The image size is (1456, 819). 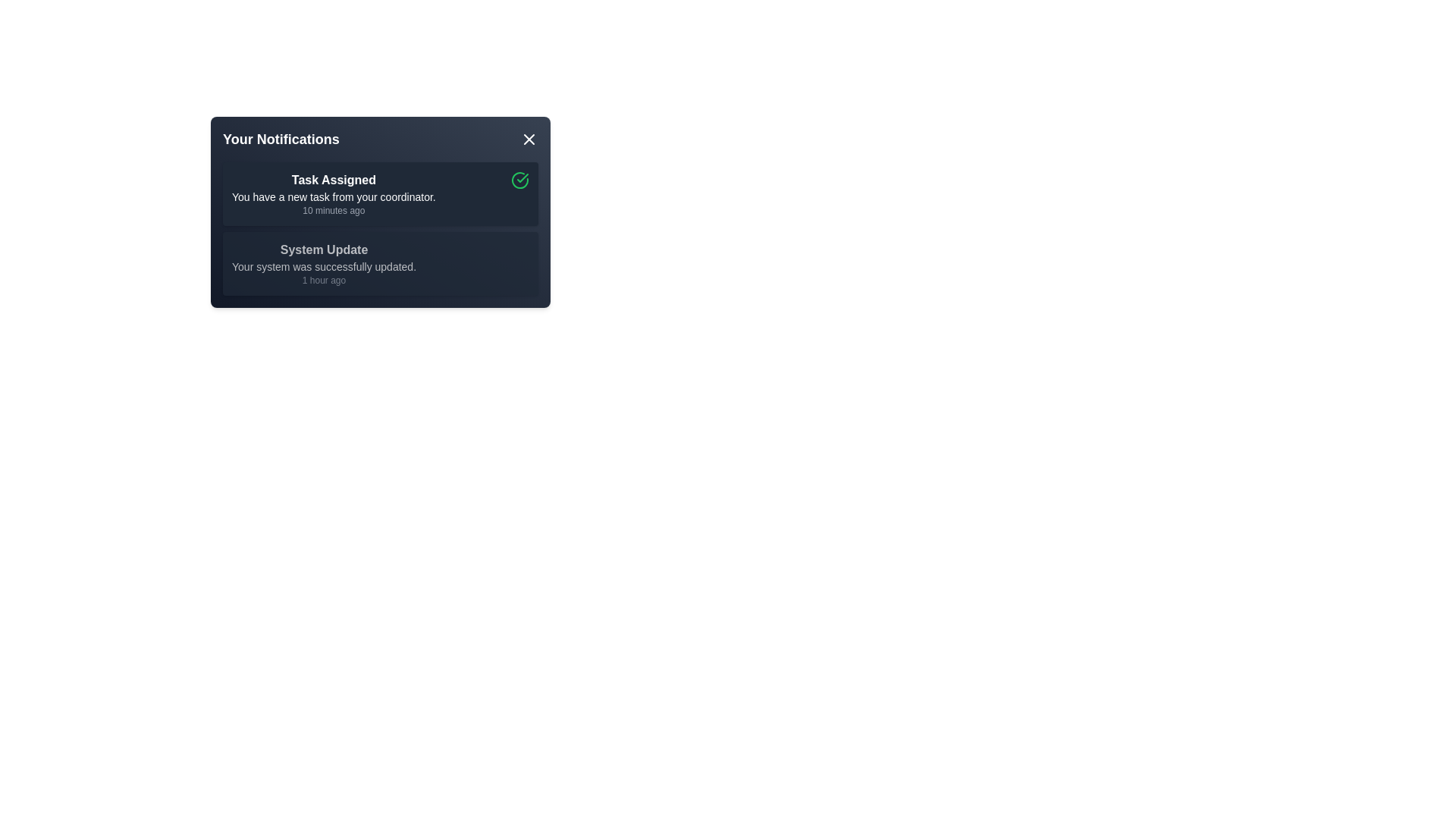 What do you see at coordinates (333, 180) in the screenshot?
I see `the 'Task Assigned' text label, which is bold and white against a dark blue background, located in the 'Your Notifications' panel` at bounding box center [333, 180].